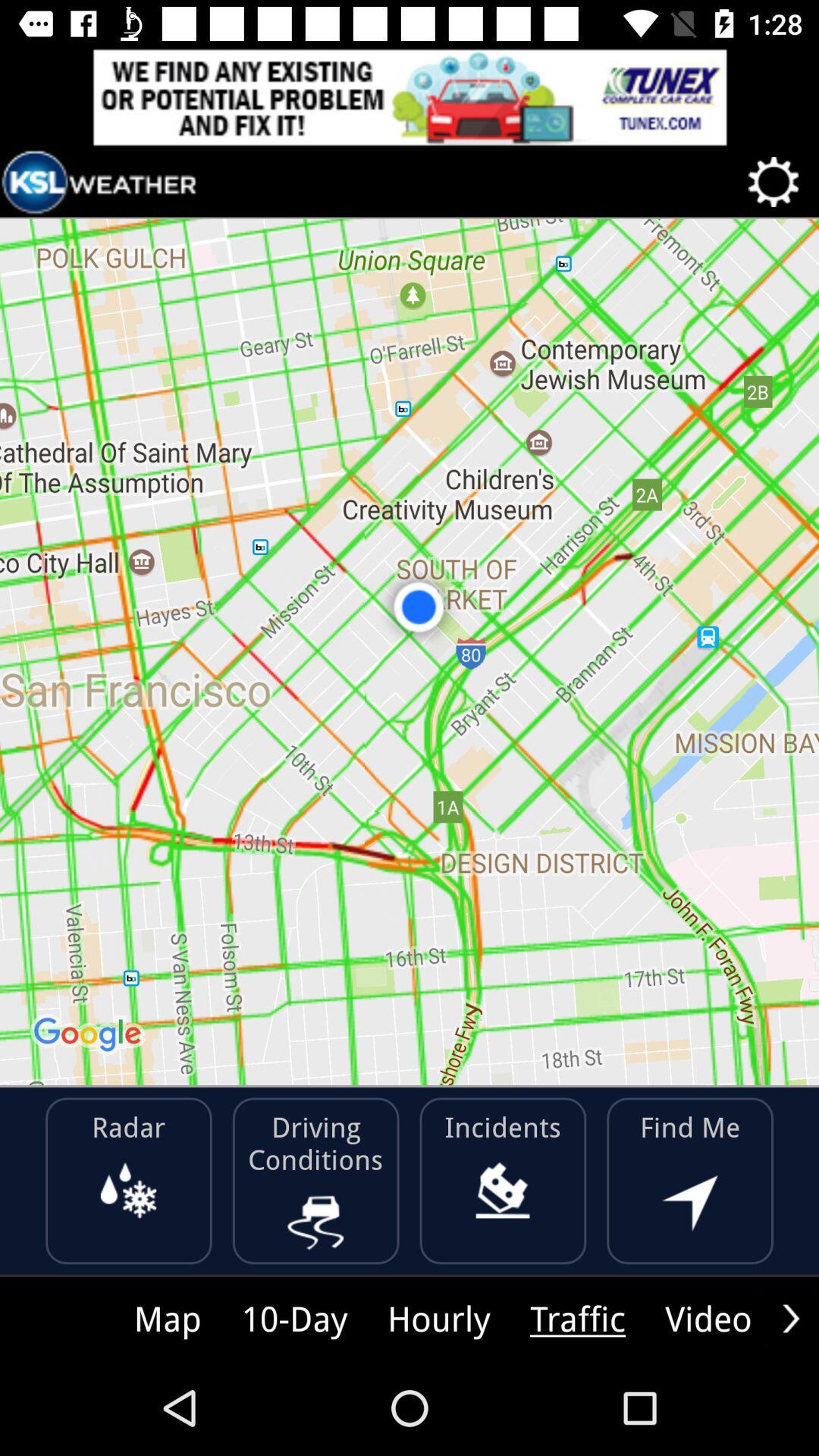 Image resolution: width=819 pixels, height=1456 pixels. Describe the element at coordinates (790, 1317) in the screenshot. I see `the arrow_forward icon` at that location.